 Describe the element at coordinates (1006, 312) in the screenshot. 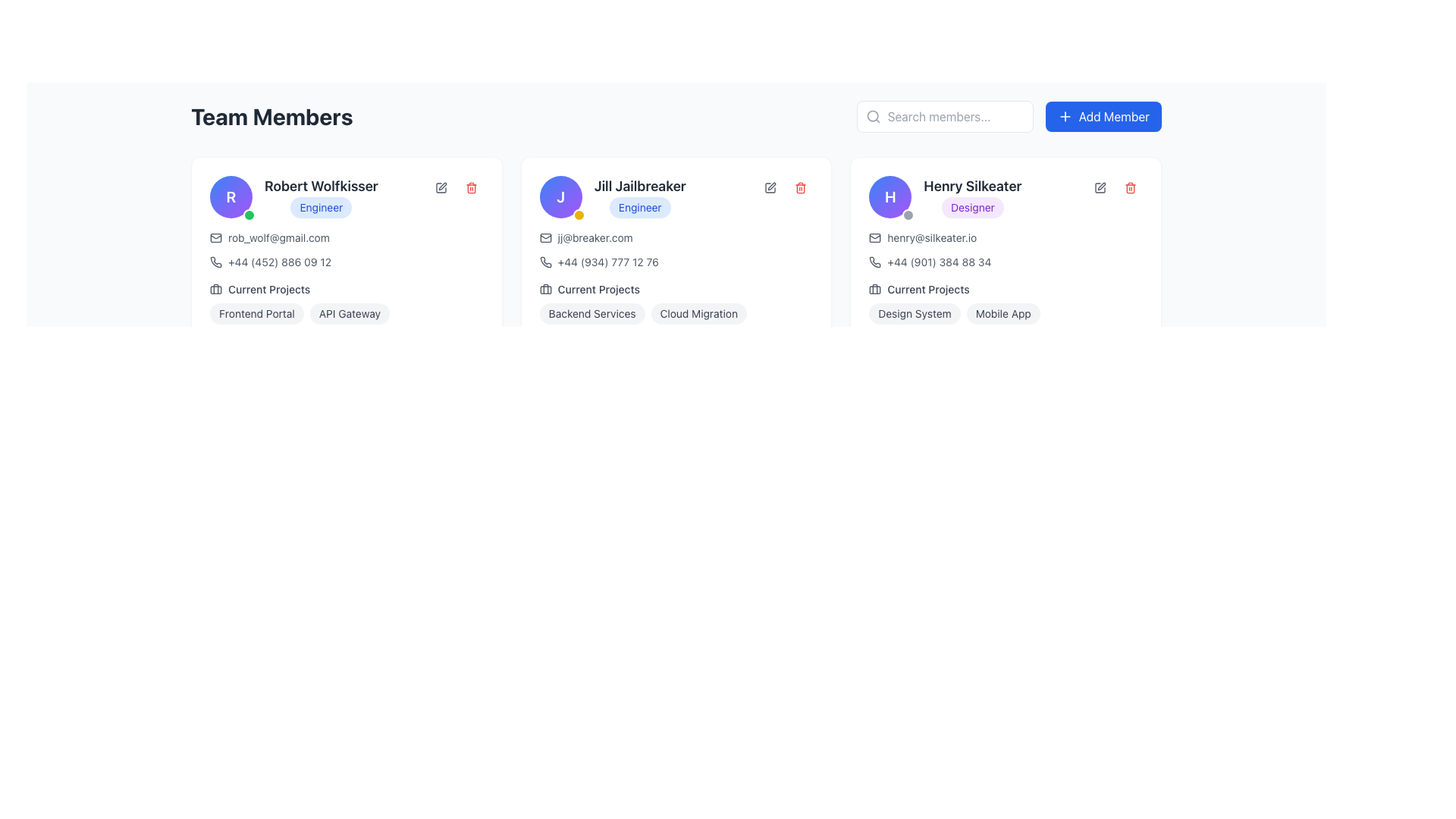

I see `the pill-shaped elements labeled 'Design System' and 'Mobile App' located in the 'Current Projects' section of Henry Silkeater's card to potentially reveal more information` at that location.